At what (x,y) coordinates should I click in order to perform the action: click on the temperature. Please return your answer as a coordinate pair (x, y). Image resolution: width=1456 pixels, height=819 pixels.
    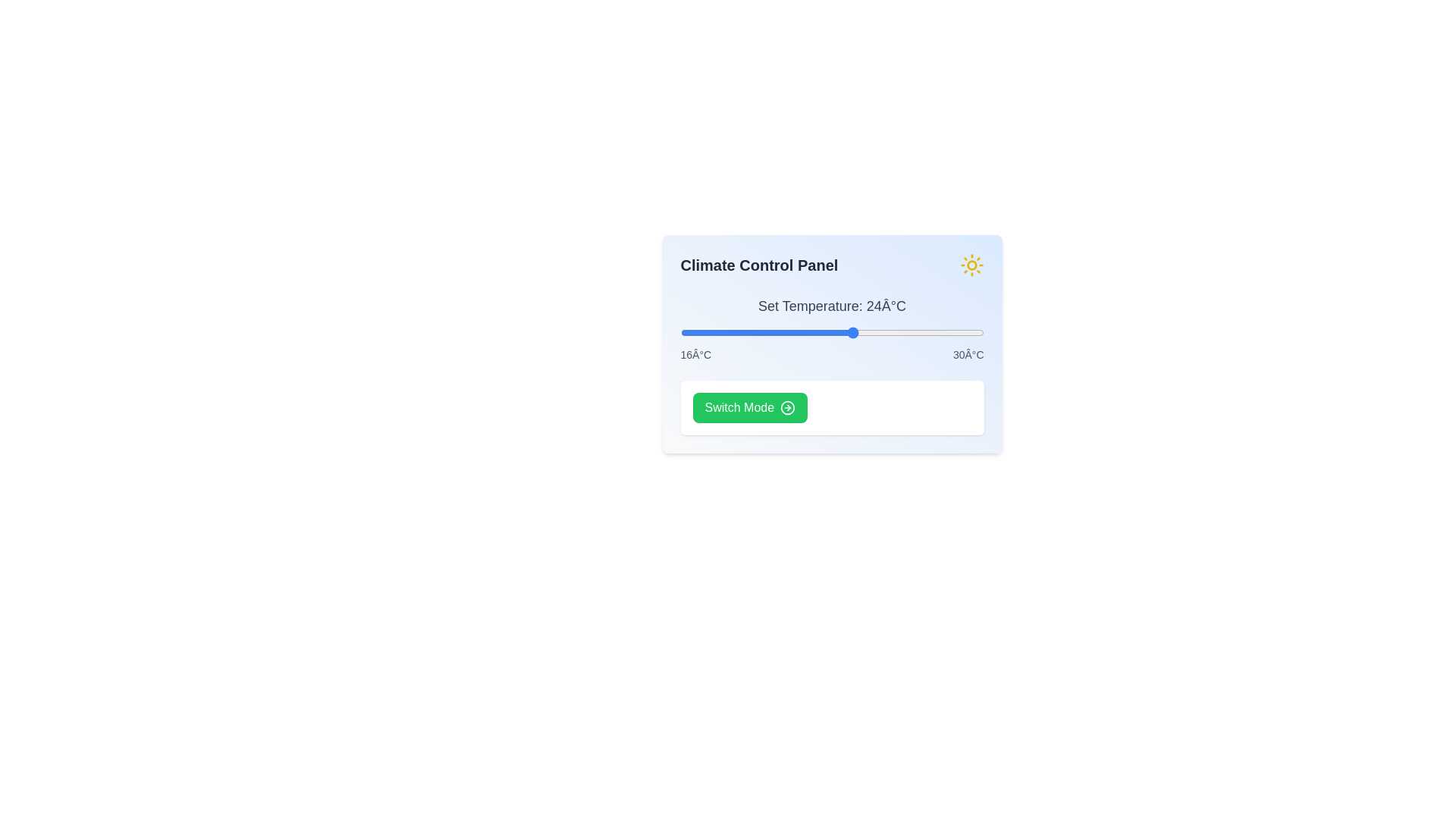
    Looking at the image, I should click on (875, 332).